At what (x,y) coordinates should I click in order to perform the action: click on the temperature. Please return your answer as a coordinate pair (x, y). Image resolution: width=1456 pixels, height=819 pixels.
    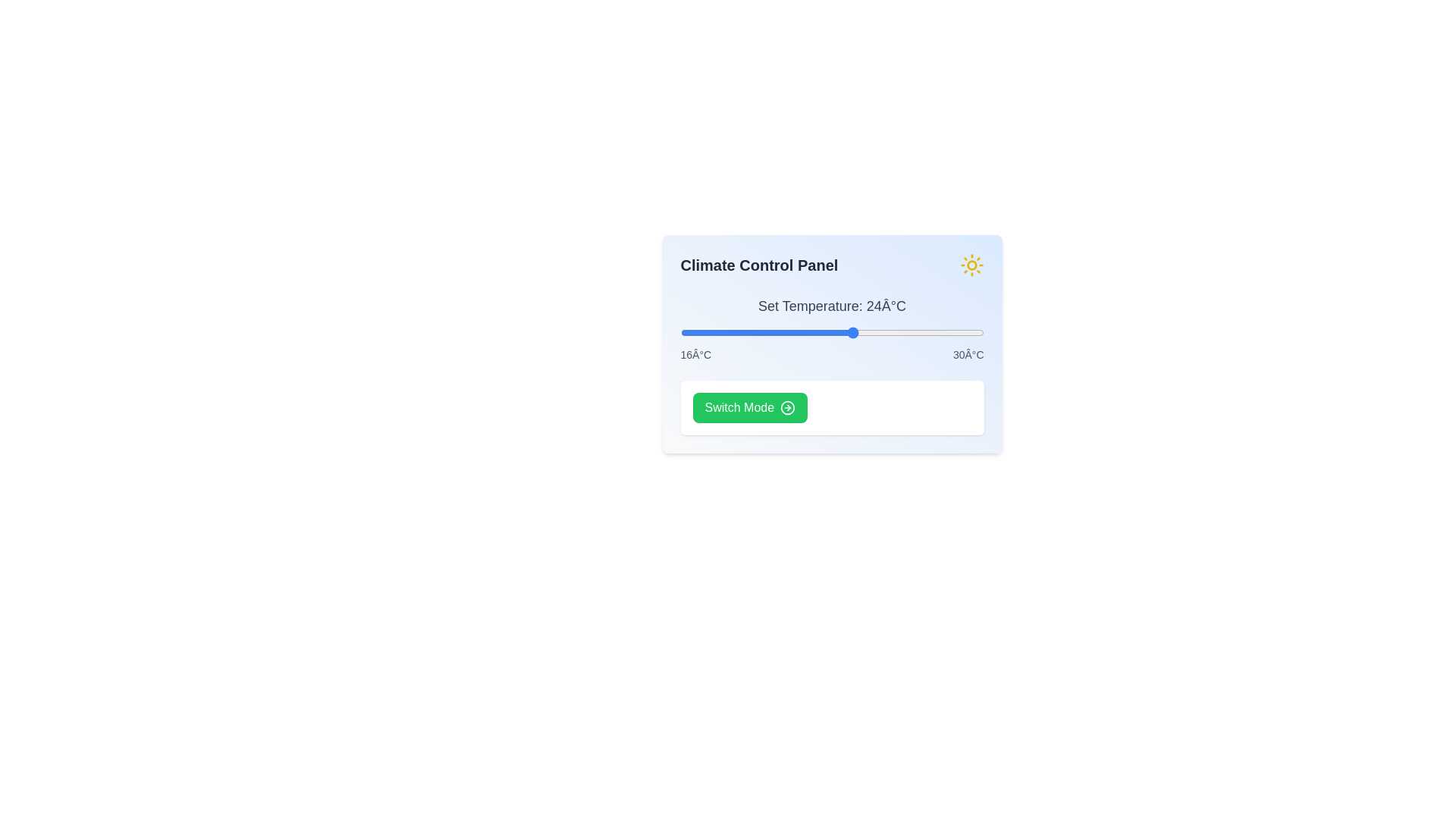
    Looking at the image, I should click on (875, 332).